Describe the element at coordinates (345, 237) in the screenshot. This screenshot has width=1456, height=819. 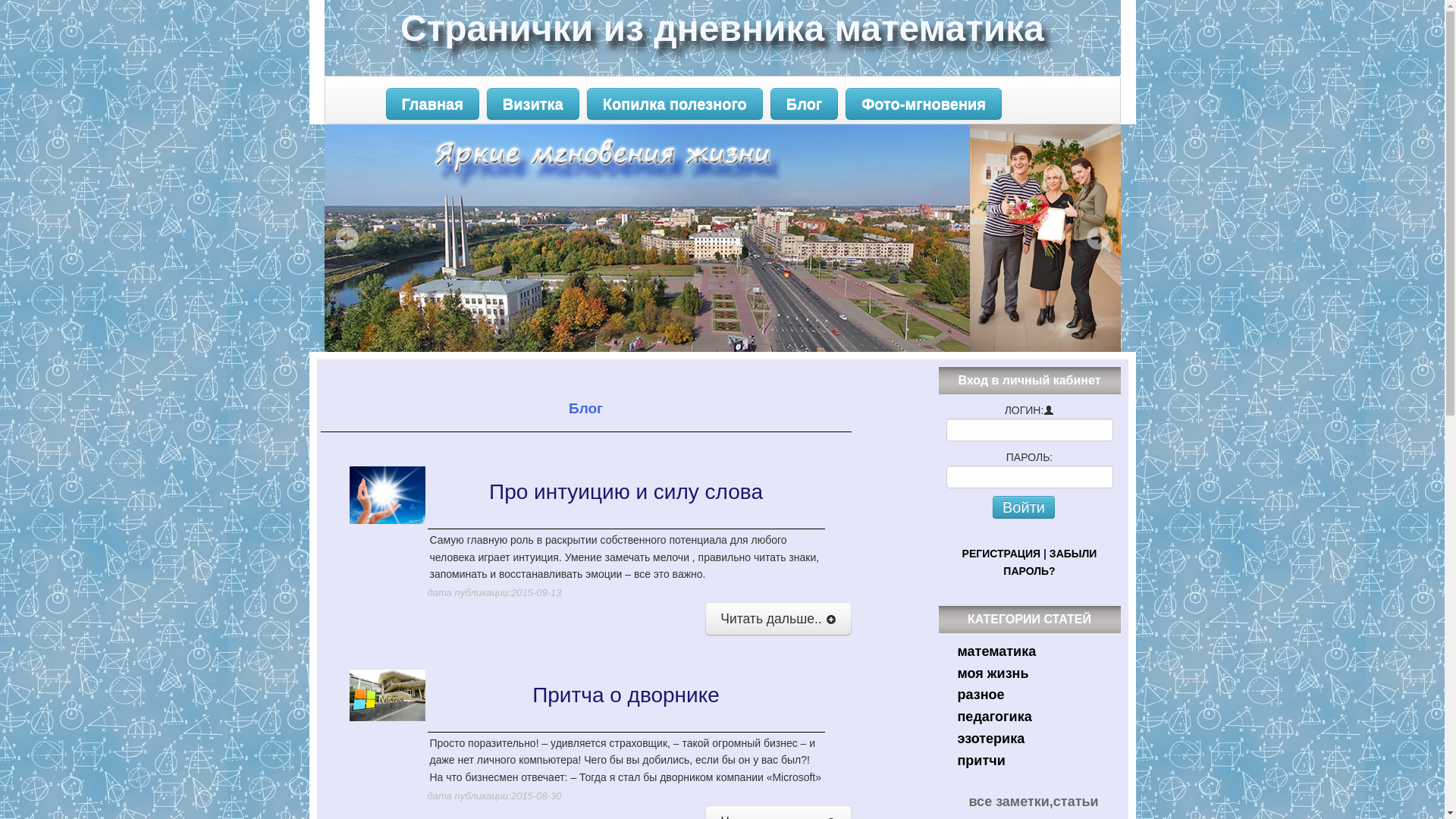
I see `'Prev'` at that location.